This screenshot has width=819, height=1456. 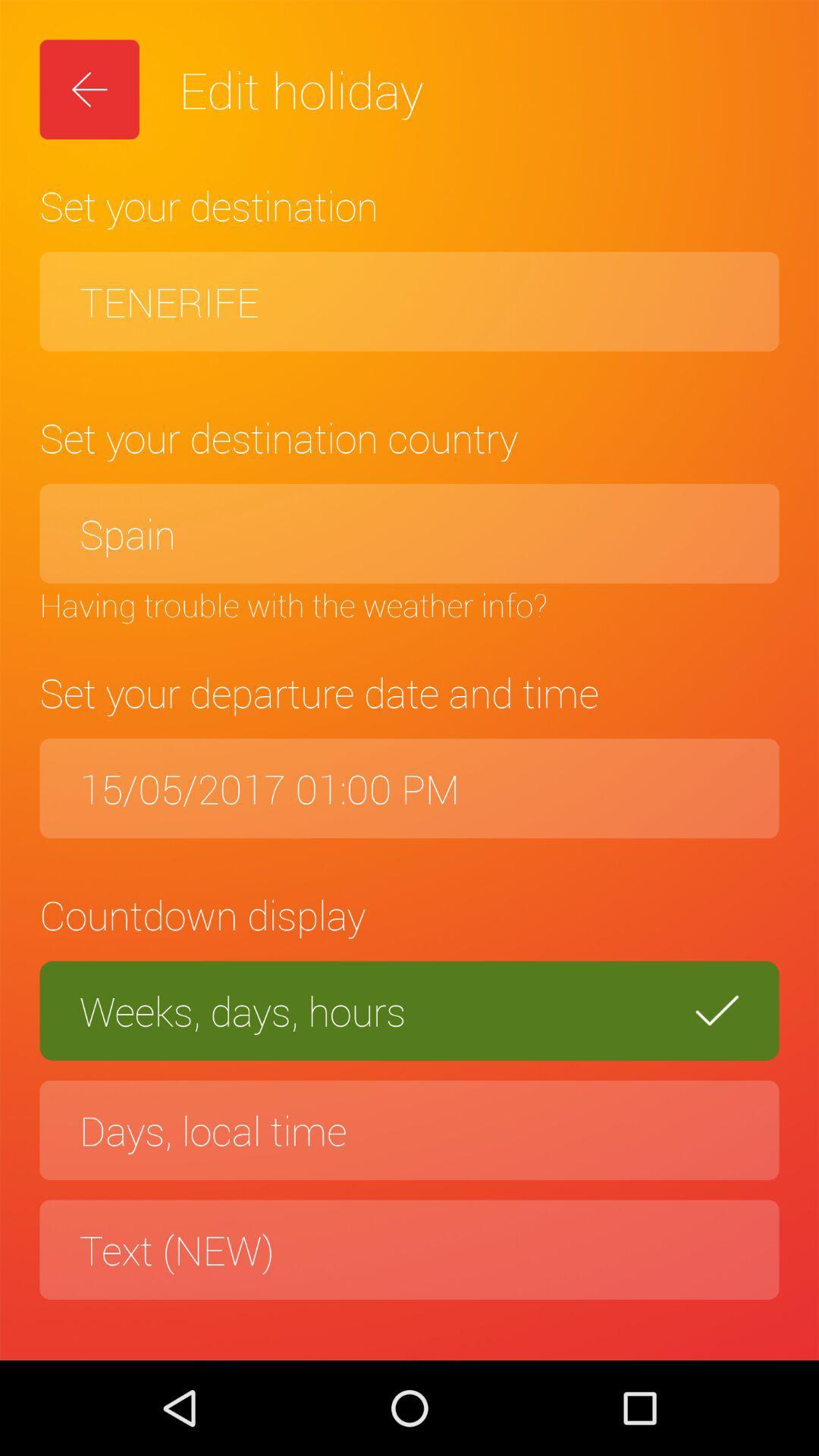 I want to click on icon below spain icon, so click(x=409, y=604).